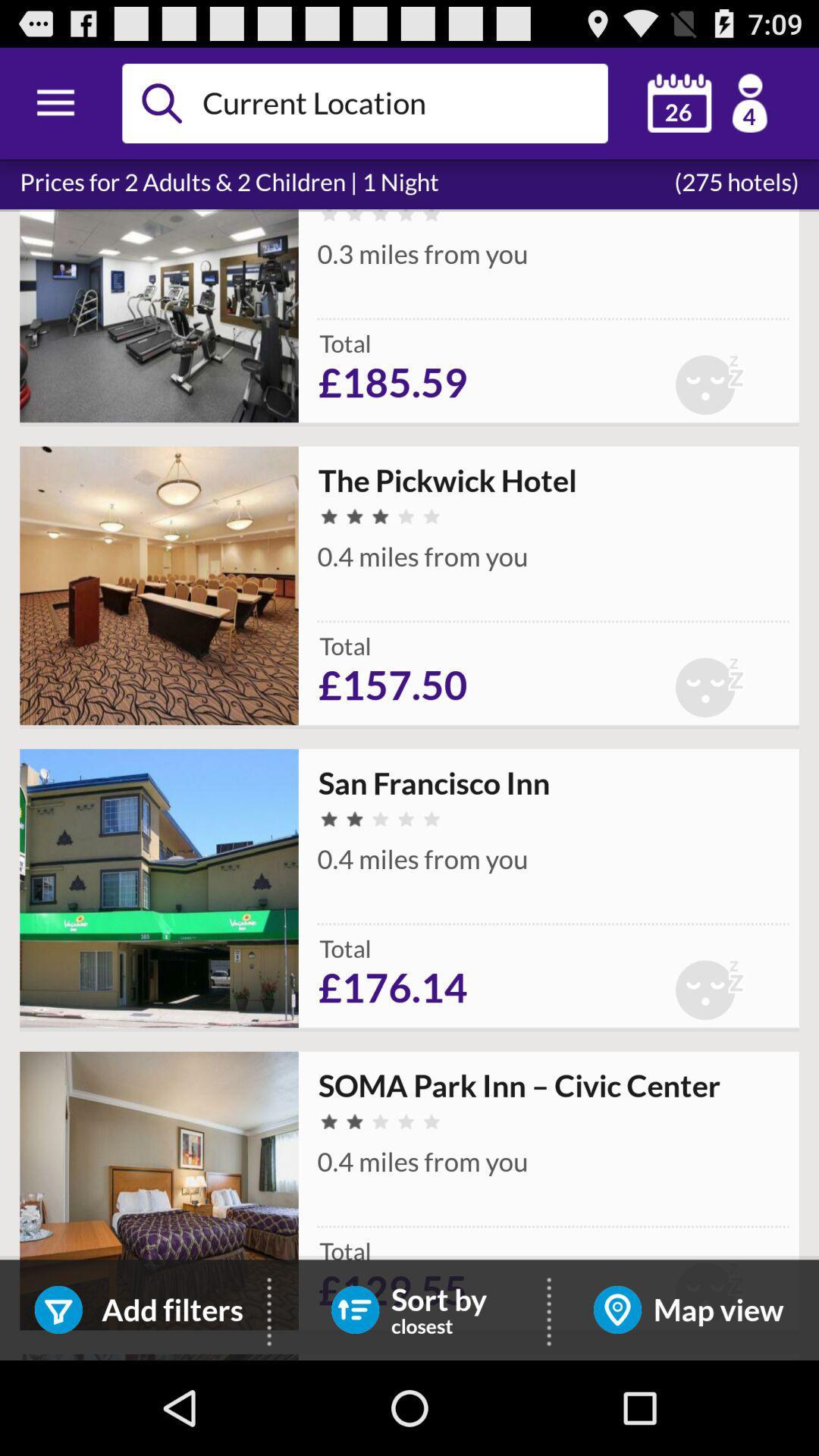 This screenshot has width=819, height=1456. What do you see at coordinates (158, 585) in the screenshot?
I see `second image left  to the pickwick hotel` at bounding box center [158, 585].